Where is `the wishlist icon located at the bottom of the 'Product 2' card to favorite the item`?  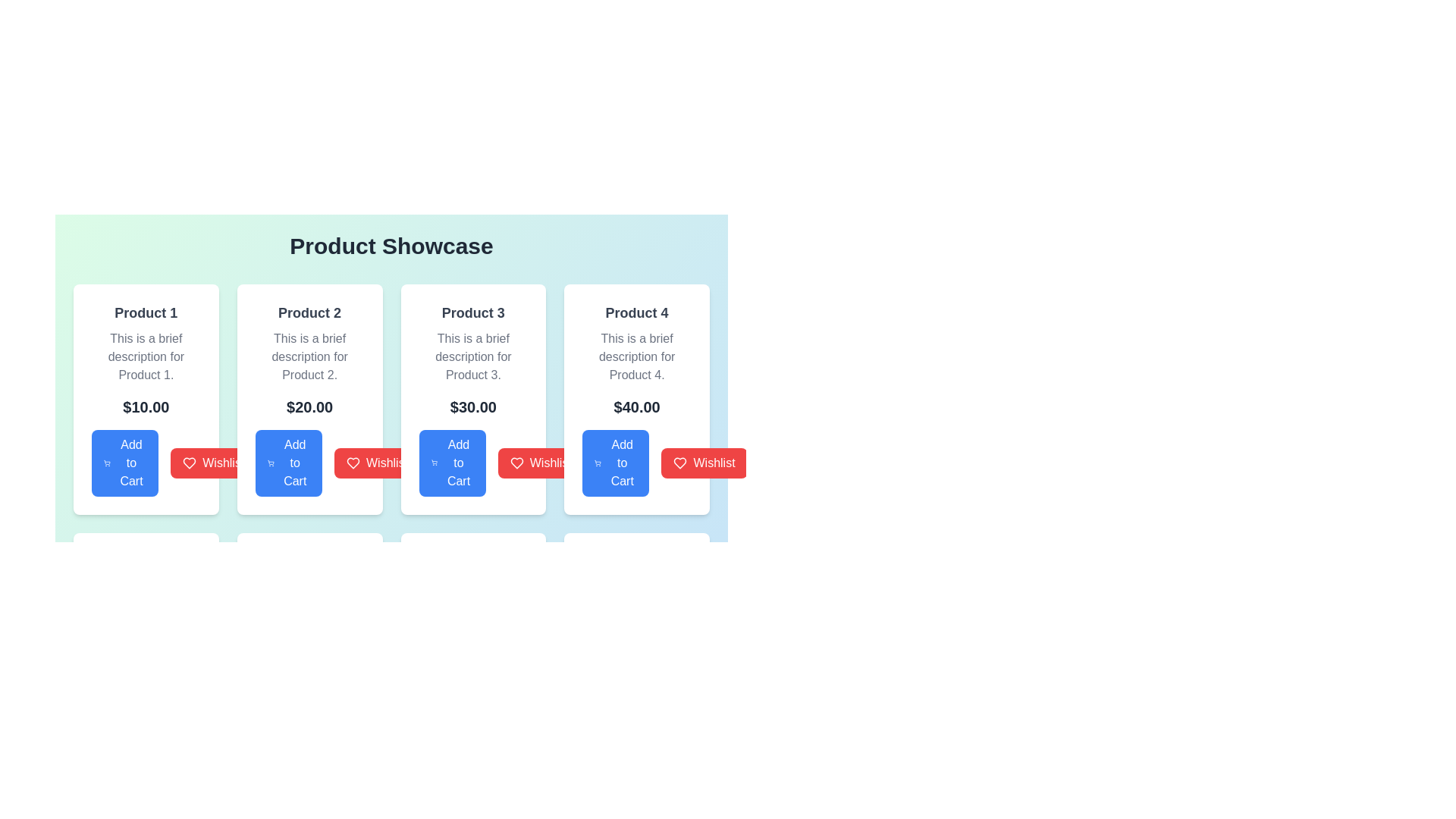
the wishlist icon located at the bottom of the 'Product 2' card to favorite the item is located at coordinates (189, 462).